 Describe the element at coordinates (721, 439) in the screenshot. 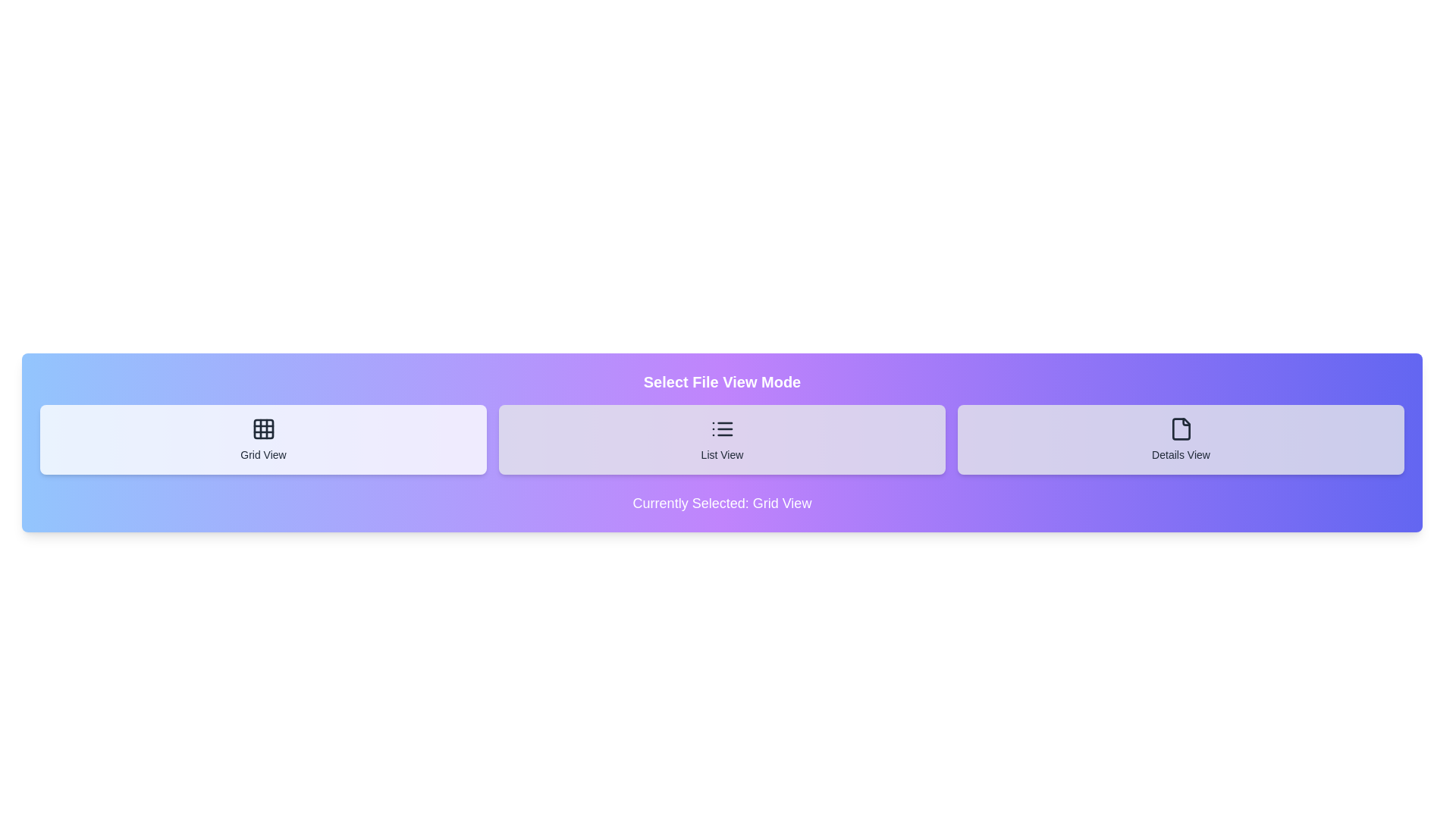

I see `the button corresponding to the desired file view mode: List View` at that location.